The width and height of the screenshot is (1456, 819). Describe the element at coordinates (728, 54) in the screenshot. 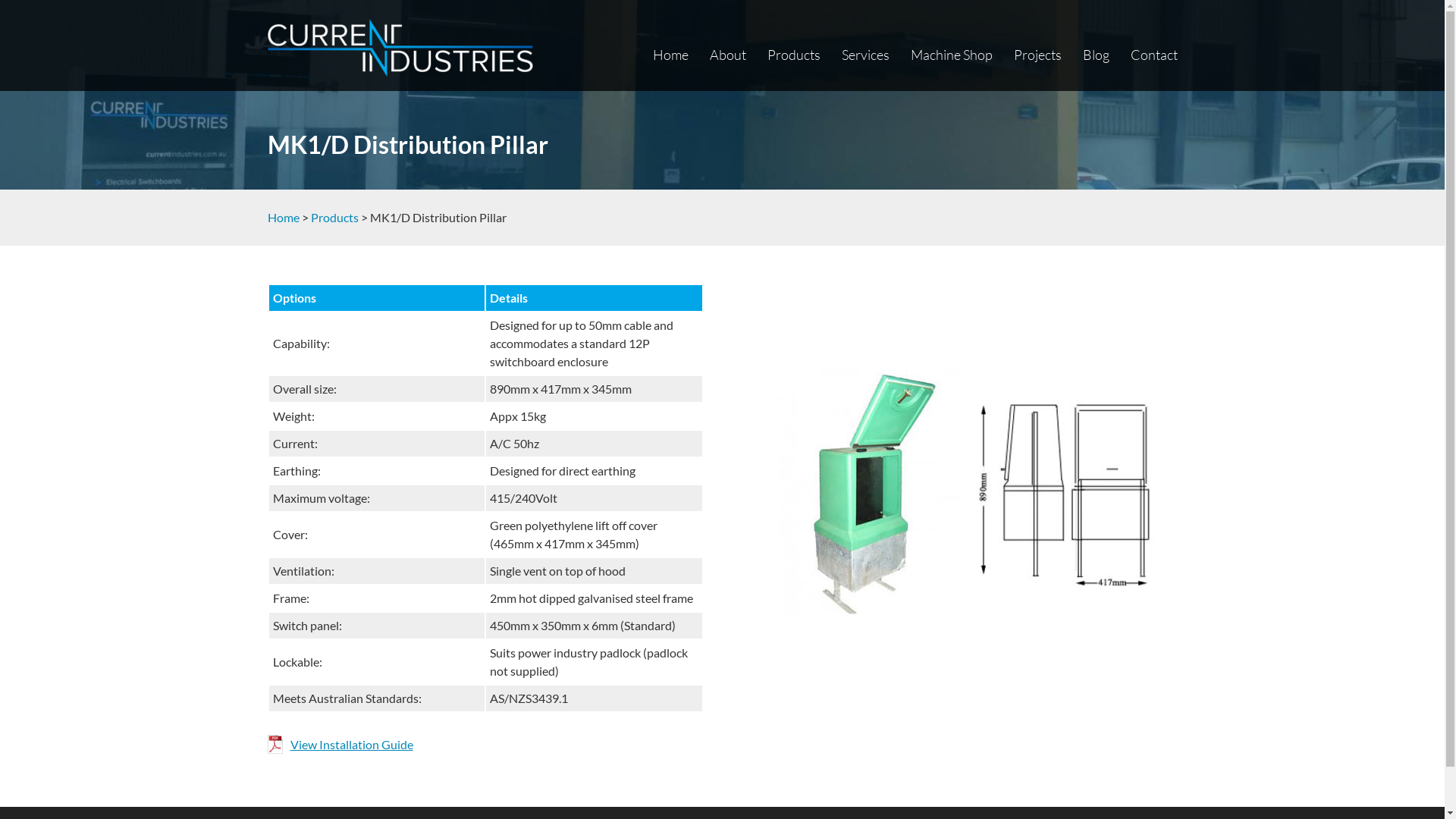

I see `'About'` at that location.